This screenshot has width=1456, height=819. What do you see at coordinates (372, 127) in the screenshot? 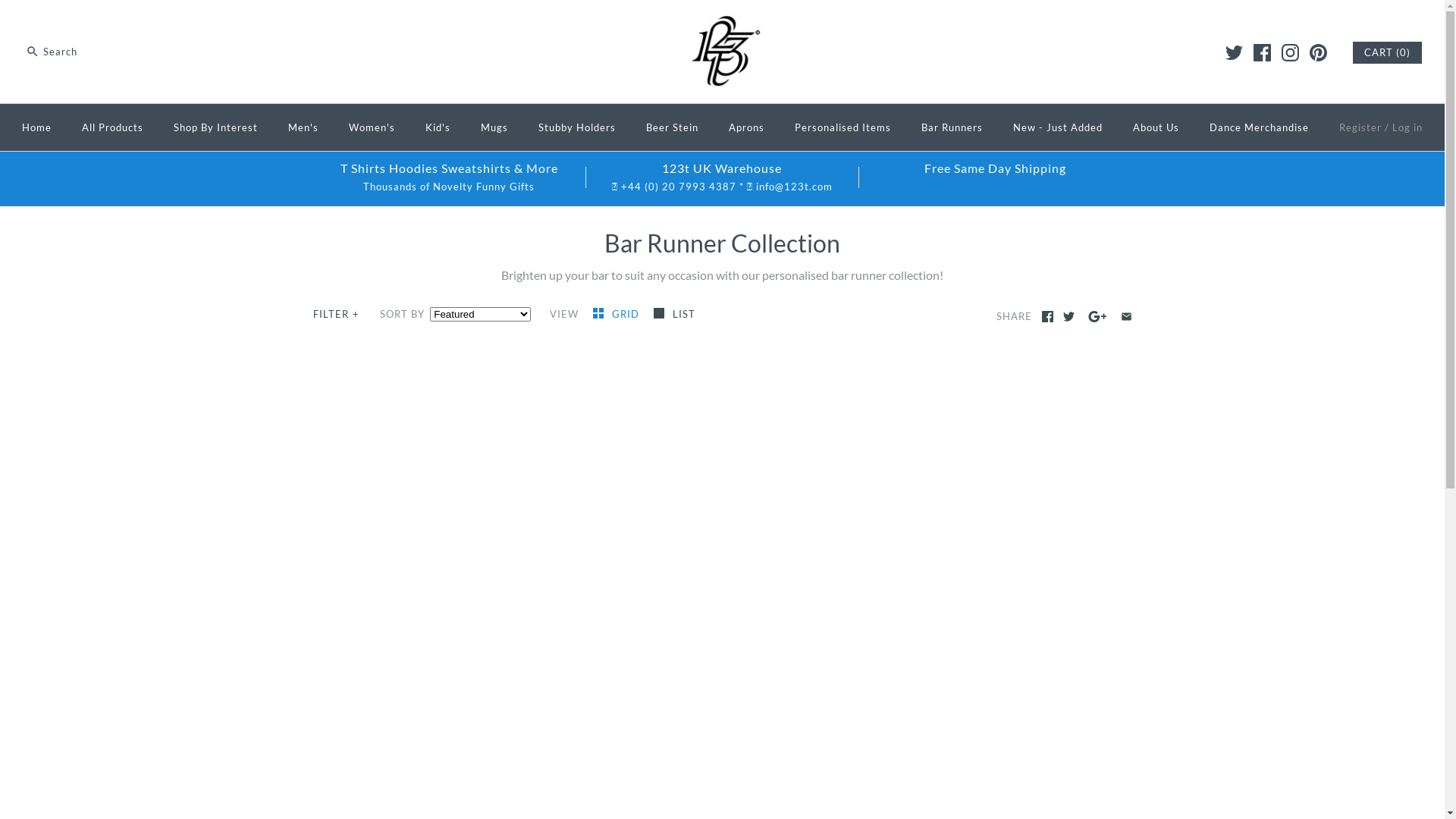
I see `'Women's'` at bounding box center [372, 127].